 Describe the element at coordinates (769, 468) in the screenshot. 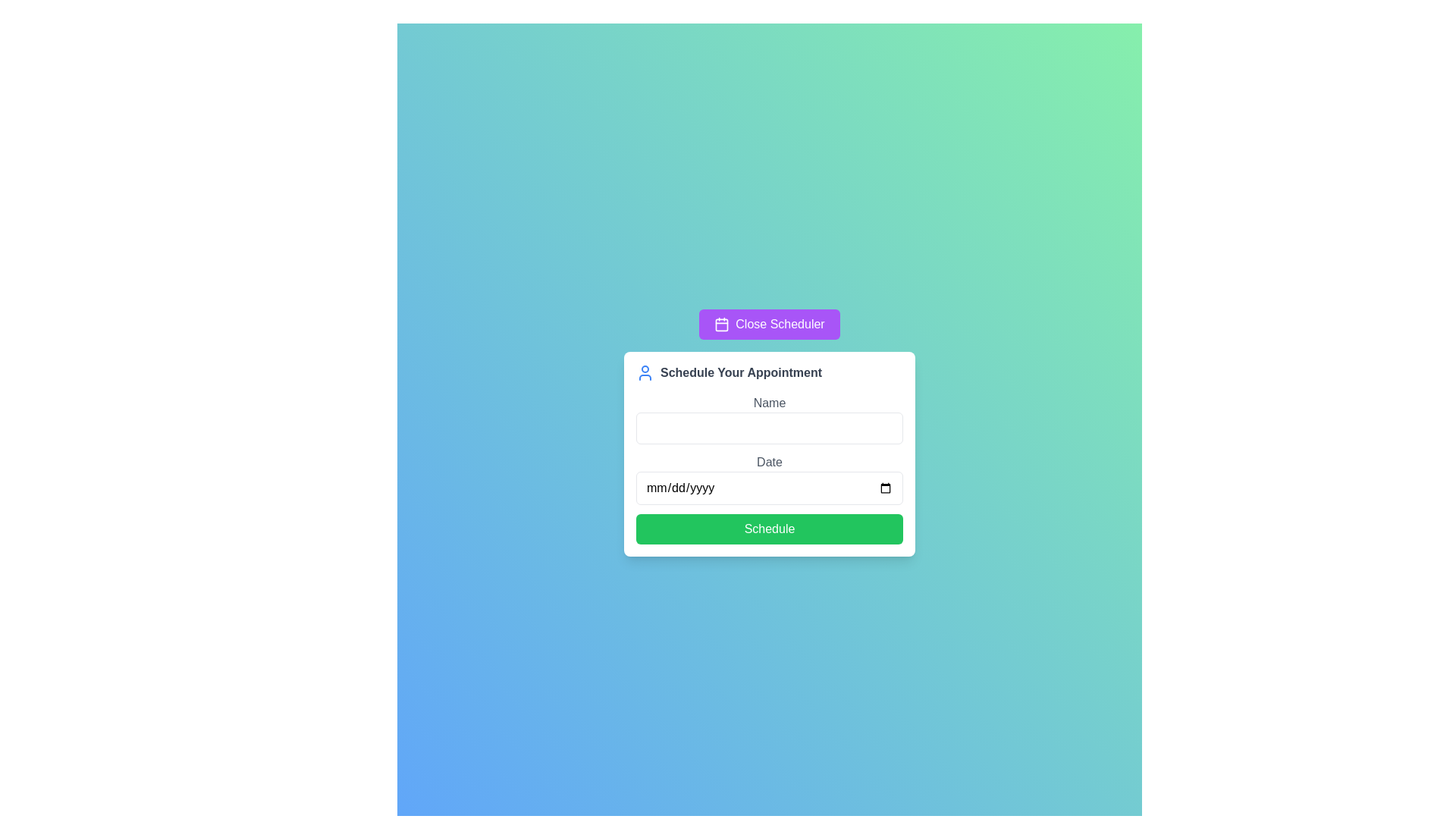

I see `or click on the 'Date' input field in the appointment scheduling form to select a date` at that location.